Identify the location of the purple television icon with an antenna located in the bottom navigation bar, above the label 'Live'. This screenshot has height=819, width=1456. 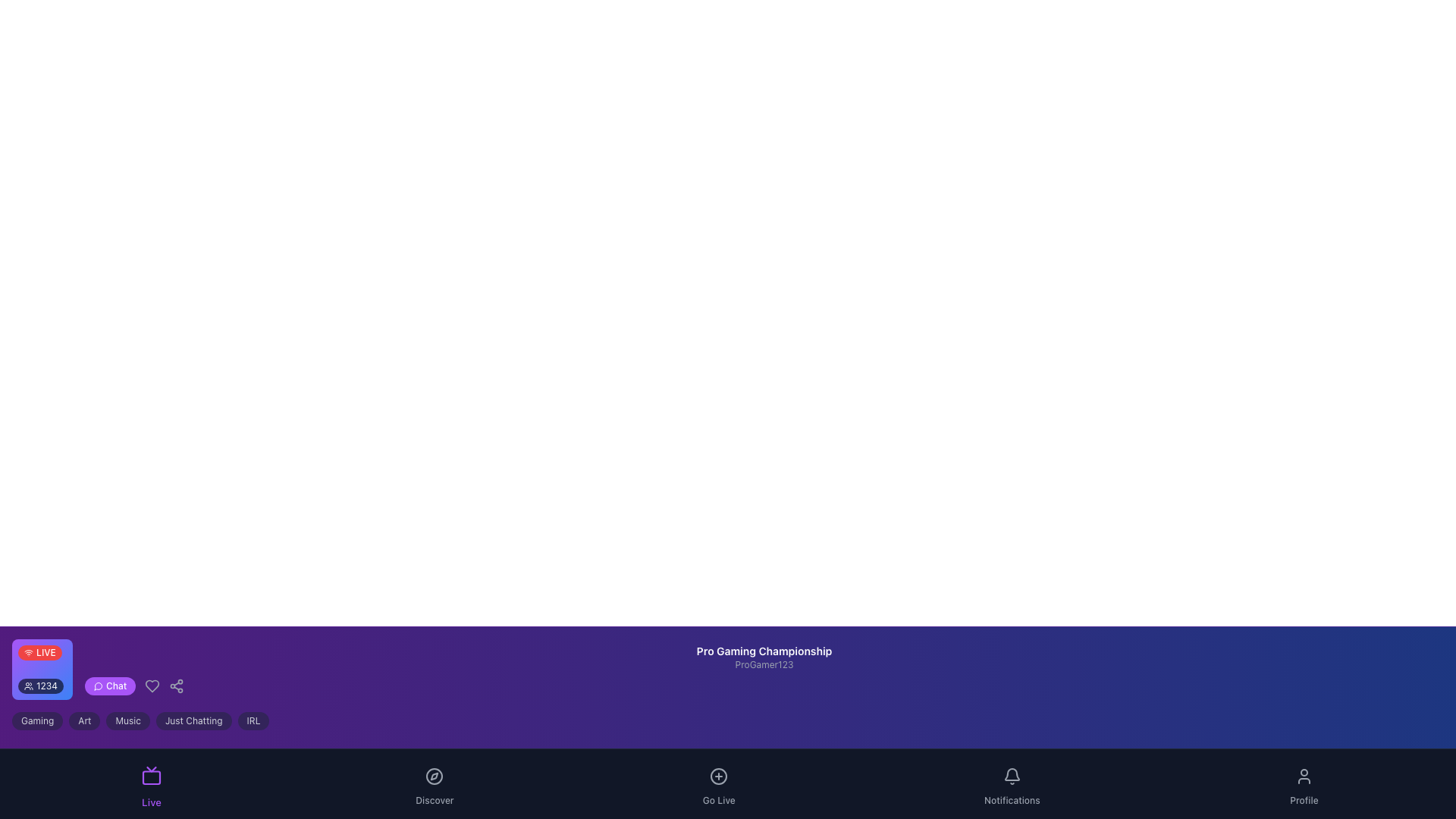
(152, 775).